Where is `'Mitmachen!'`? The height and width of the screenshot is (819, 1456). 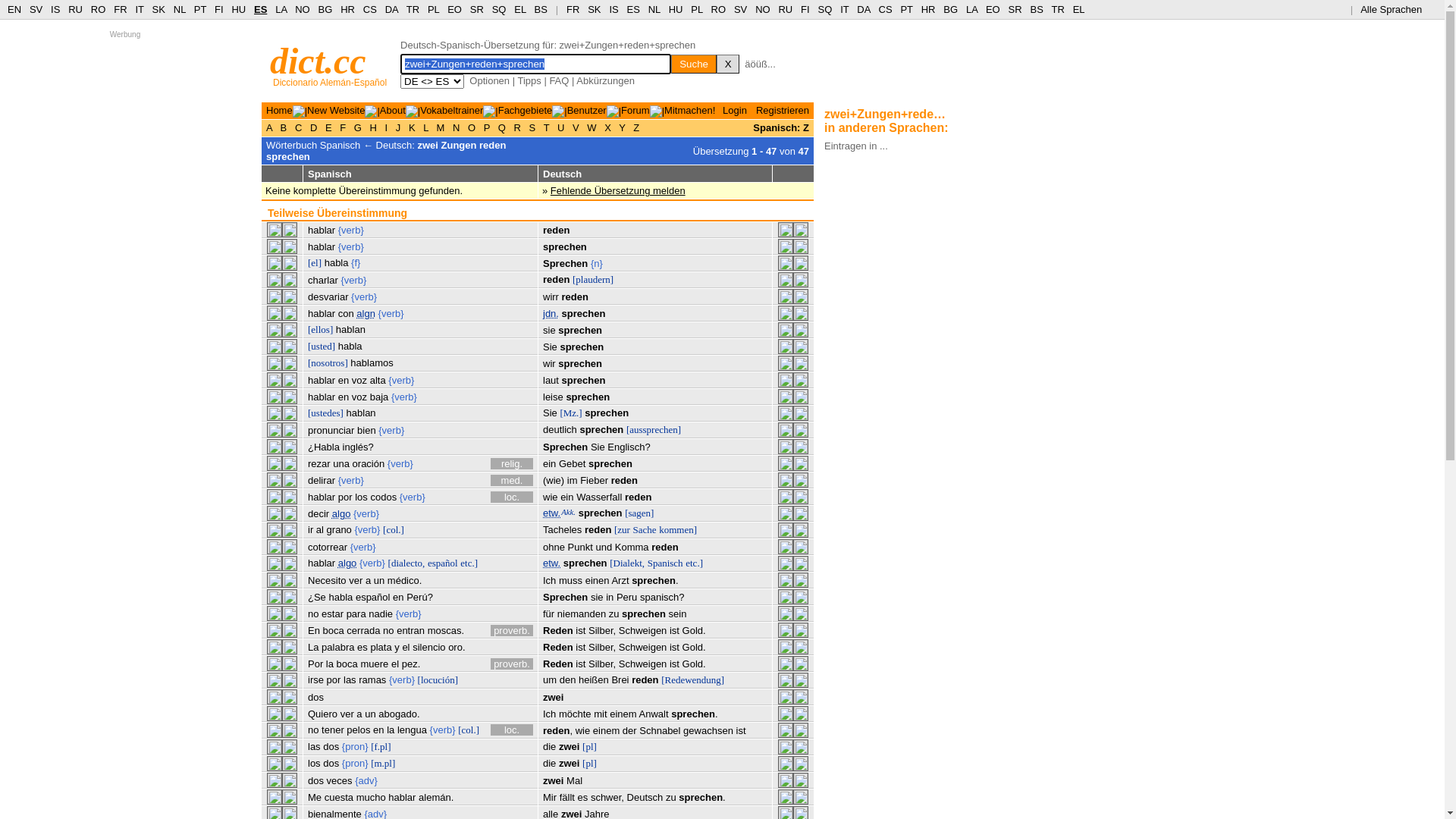
'Mitmachen!' is located at coordinates (689, 109).